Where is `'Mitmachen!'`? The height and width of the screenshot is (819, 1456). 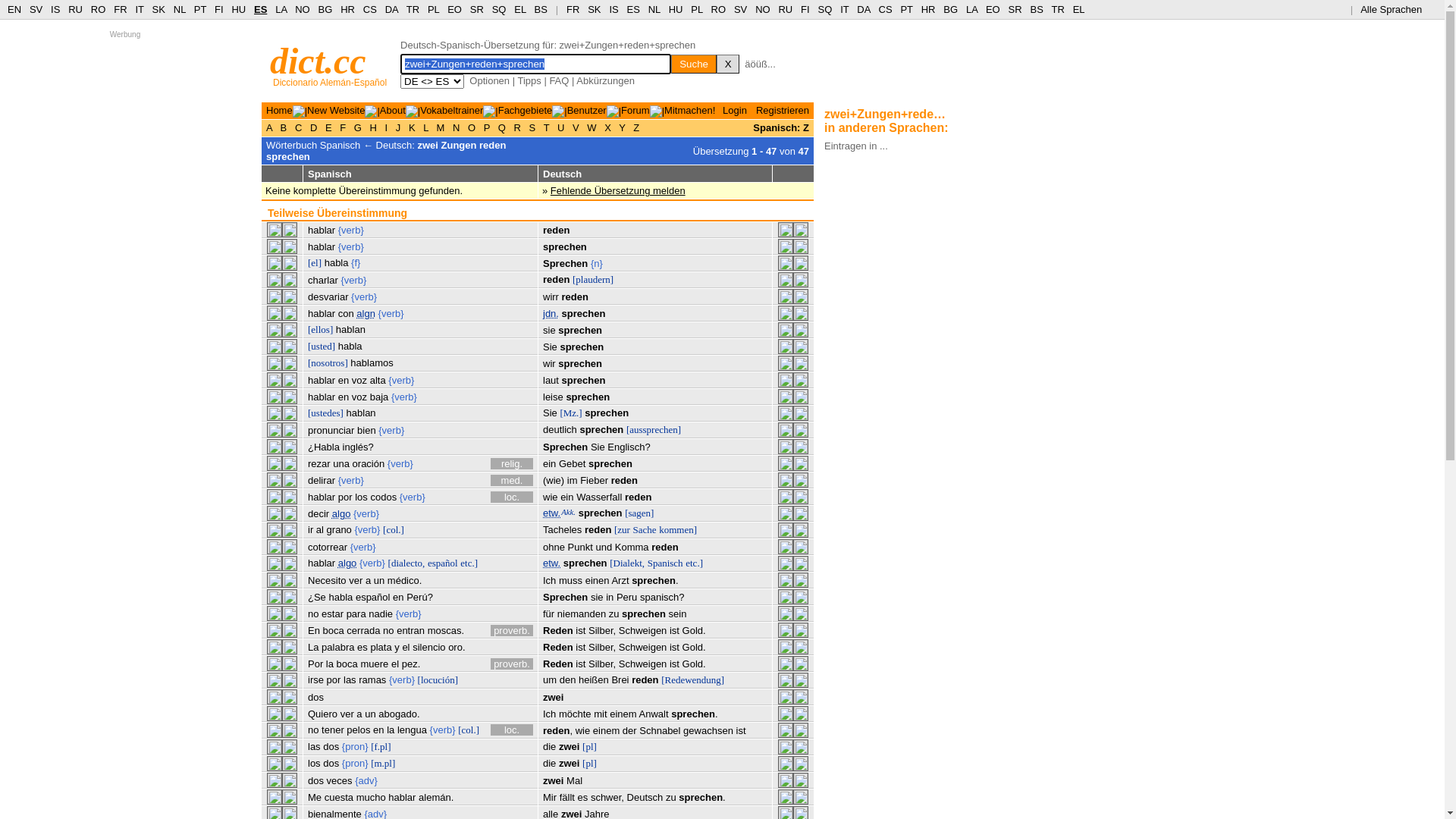
'Mitmachen!' is located at coordinates (689, 109).